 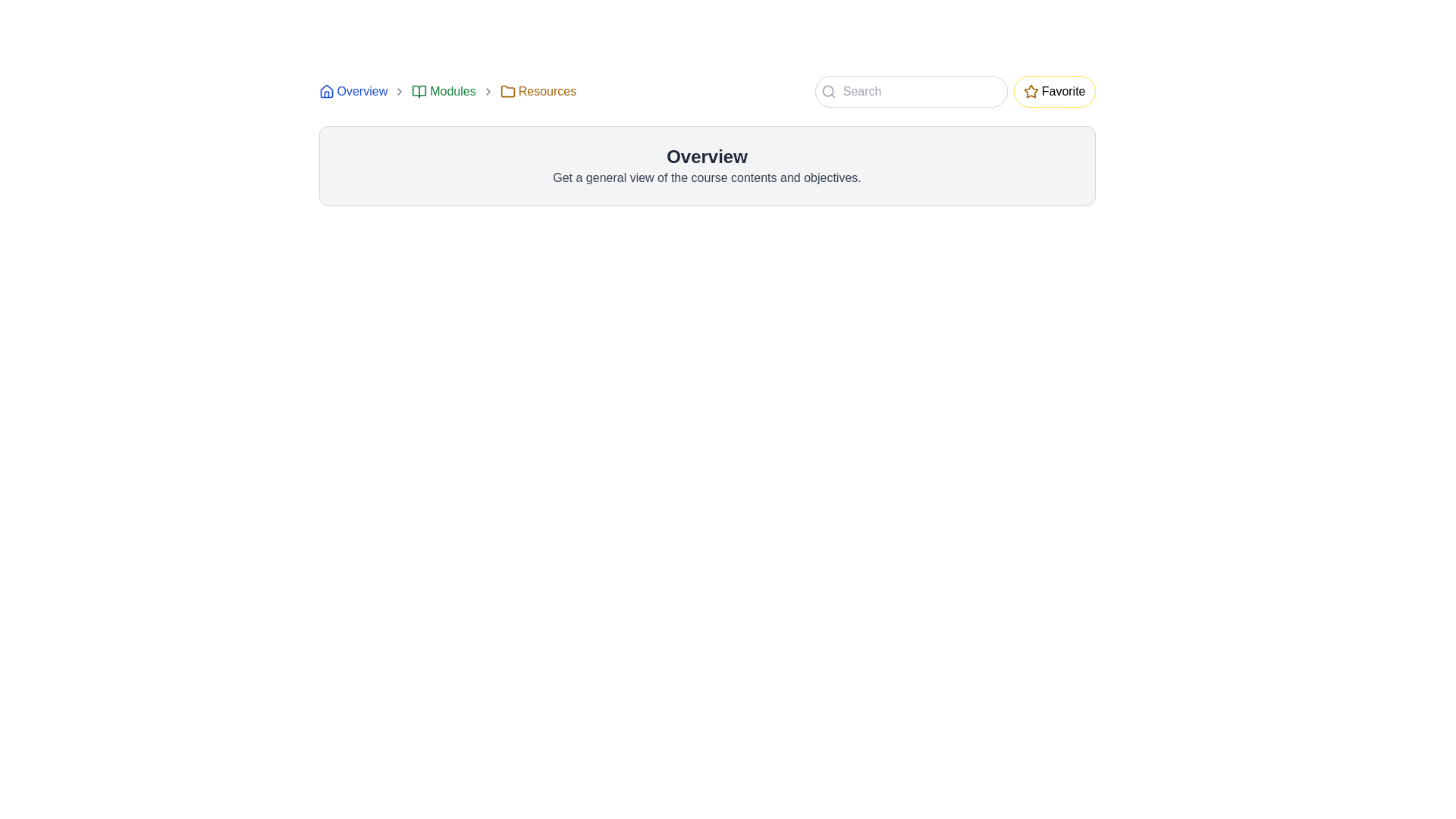 What do you see at coordinates (419, 91) in the screenshot?
I see `the icon located to the immediate left of the word 'Modules' in the navigation breadcrumb, which indicates the content structure or organization` at bounding box center [419, 91].